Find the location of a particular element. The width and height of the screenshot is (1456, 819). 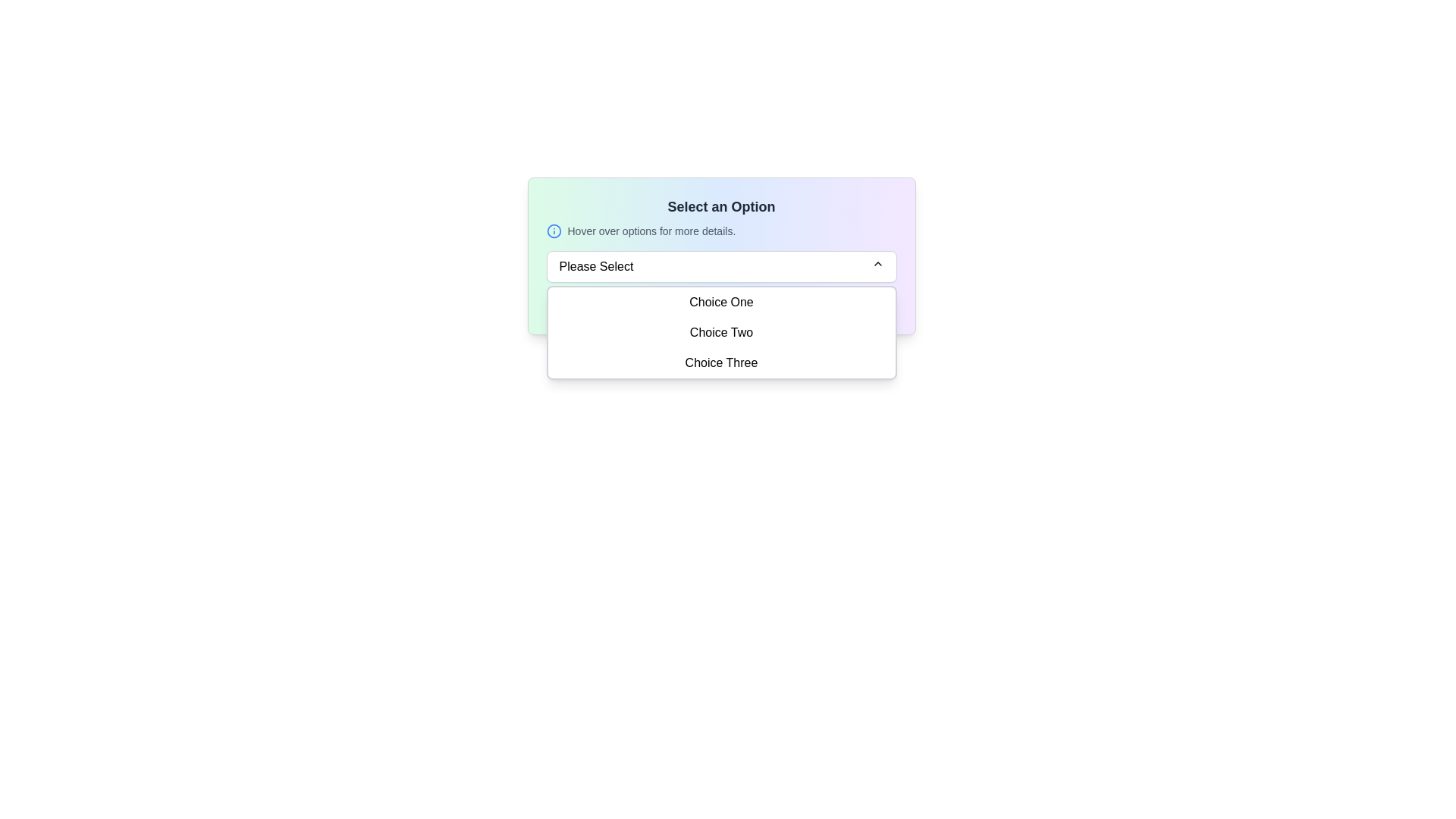

the second choice in the dropdown menu labeled 'Choice Two' is located at coordinates (720, 332).